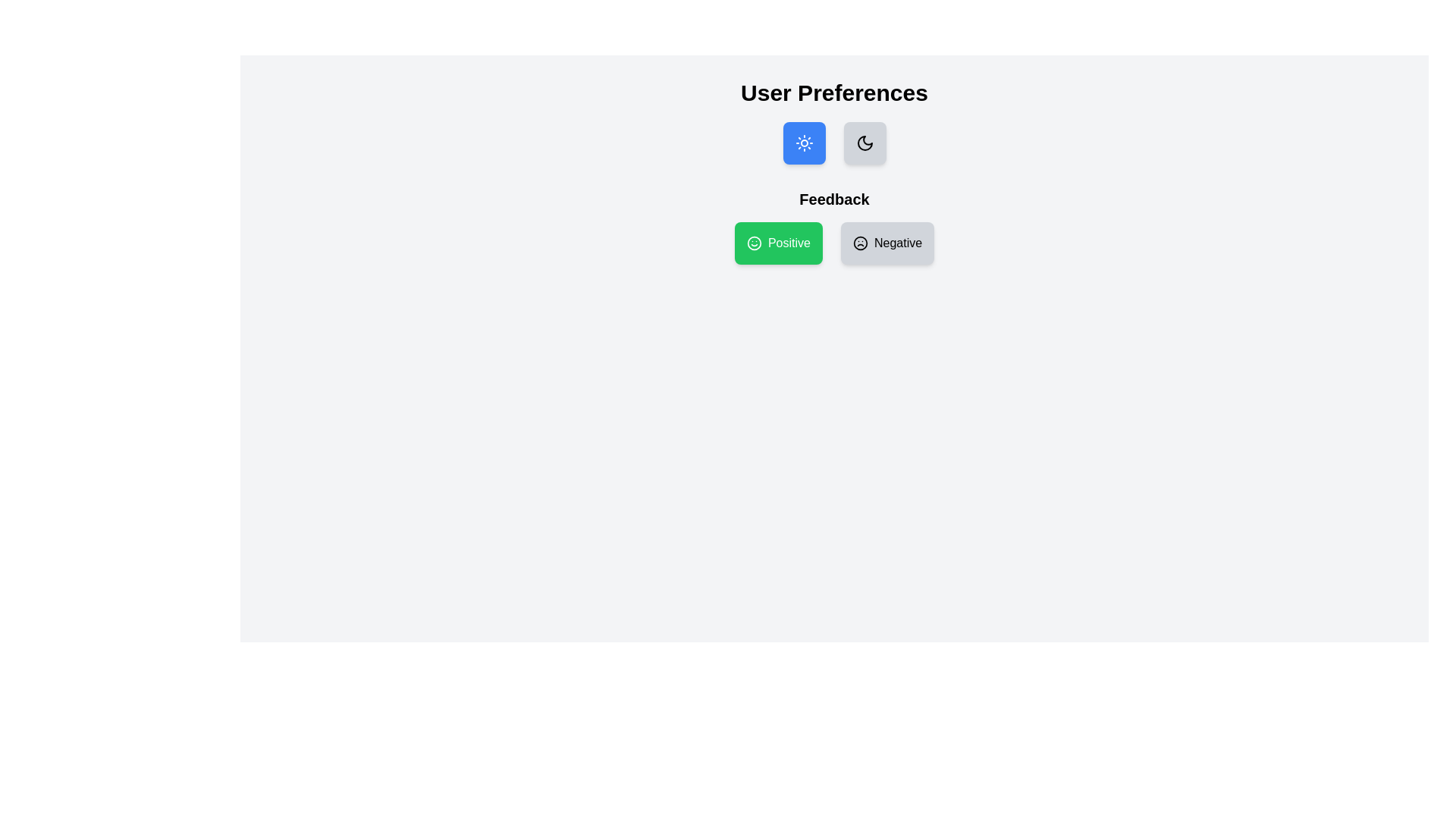 The height and width of the screenshot is (819, 1456). What do you see at coordinates (864, 143) in the screenshot?
I see `the button with a moon icon located to the right of the sun icon button under the 'User Preferences' header` at bounding box center [864, 143].